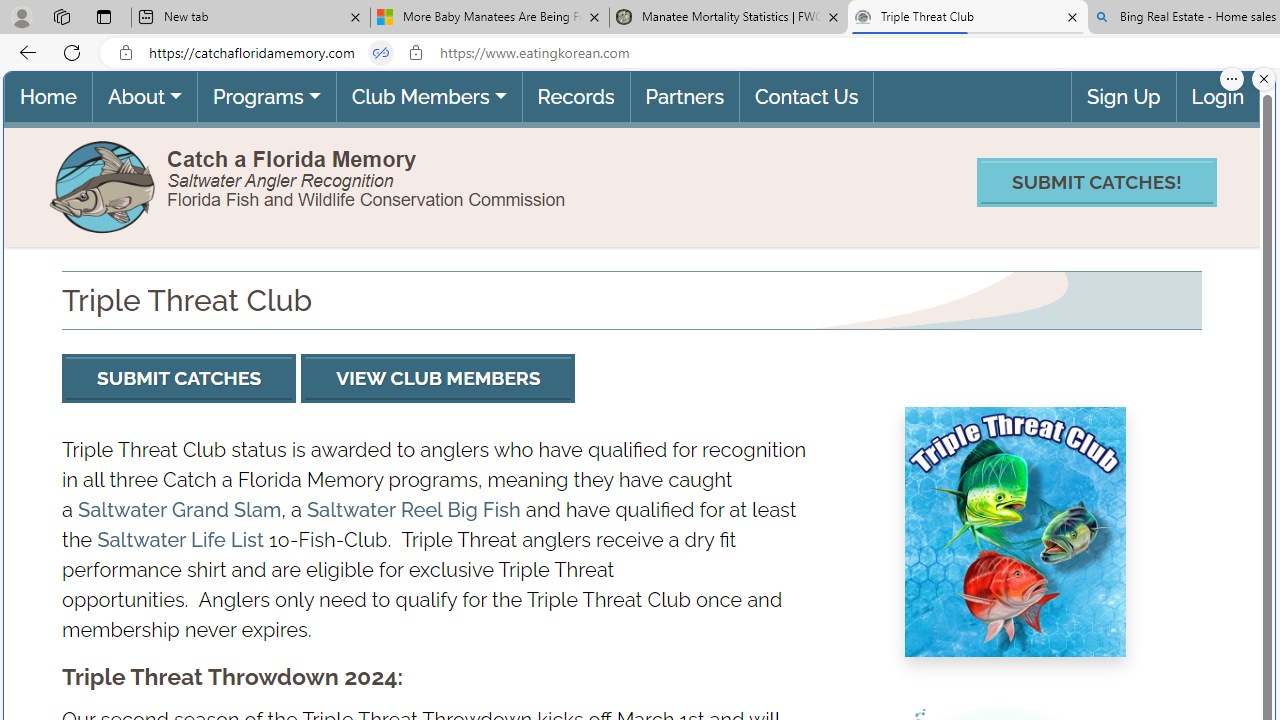  What do you see at coordinates (574, 96) in the screenshot?
I see `'Records'` at bounding box center [574, 96].